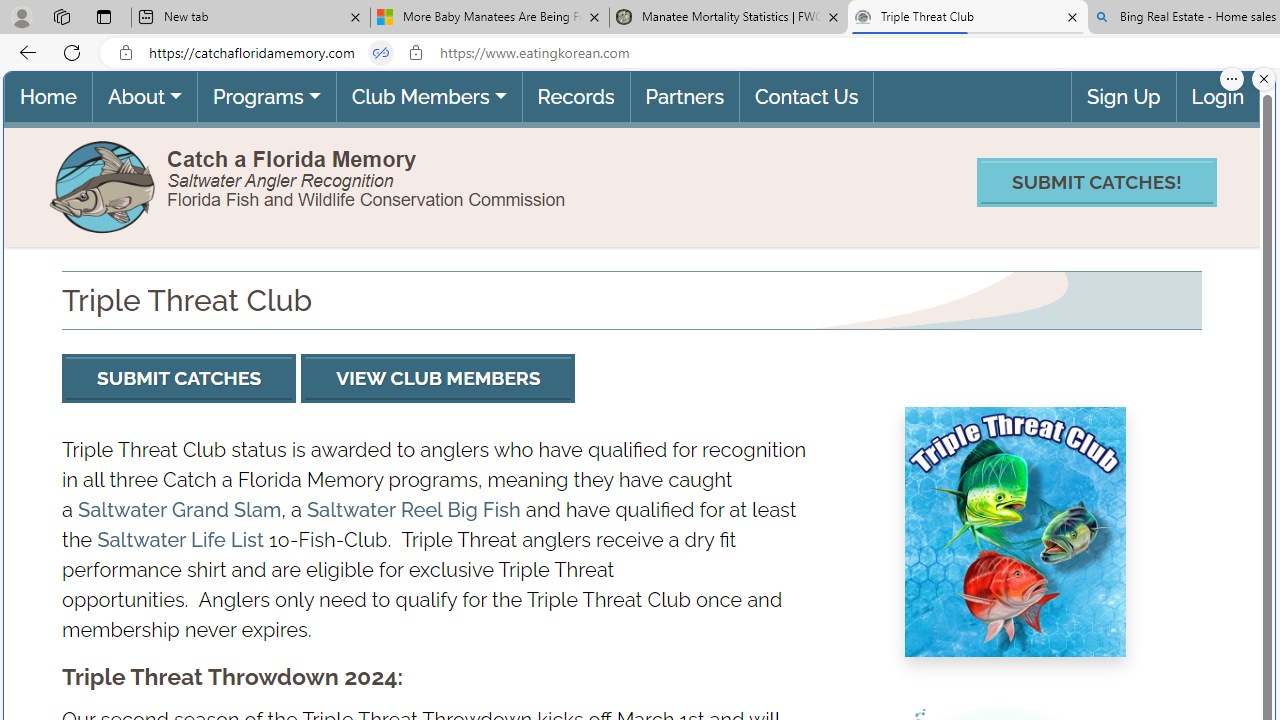  What do you see at coordinates (574, 96) in the screenshot?
I see `'Records'` at bounding box center [574, 96].